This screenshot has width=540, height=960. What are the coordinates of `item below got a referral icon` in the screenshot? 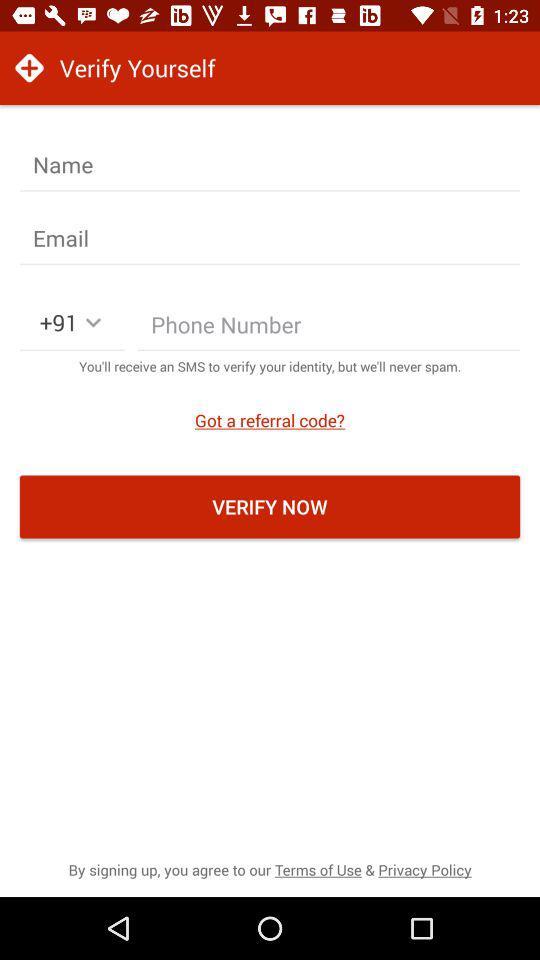 It's located at (270, 505).